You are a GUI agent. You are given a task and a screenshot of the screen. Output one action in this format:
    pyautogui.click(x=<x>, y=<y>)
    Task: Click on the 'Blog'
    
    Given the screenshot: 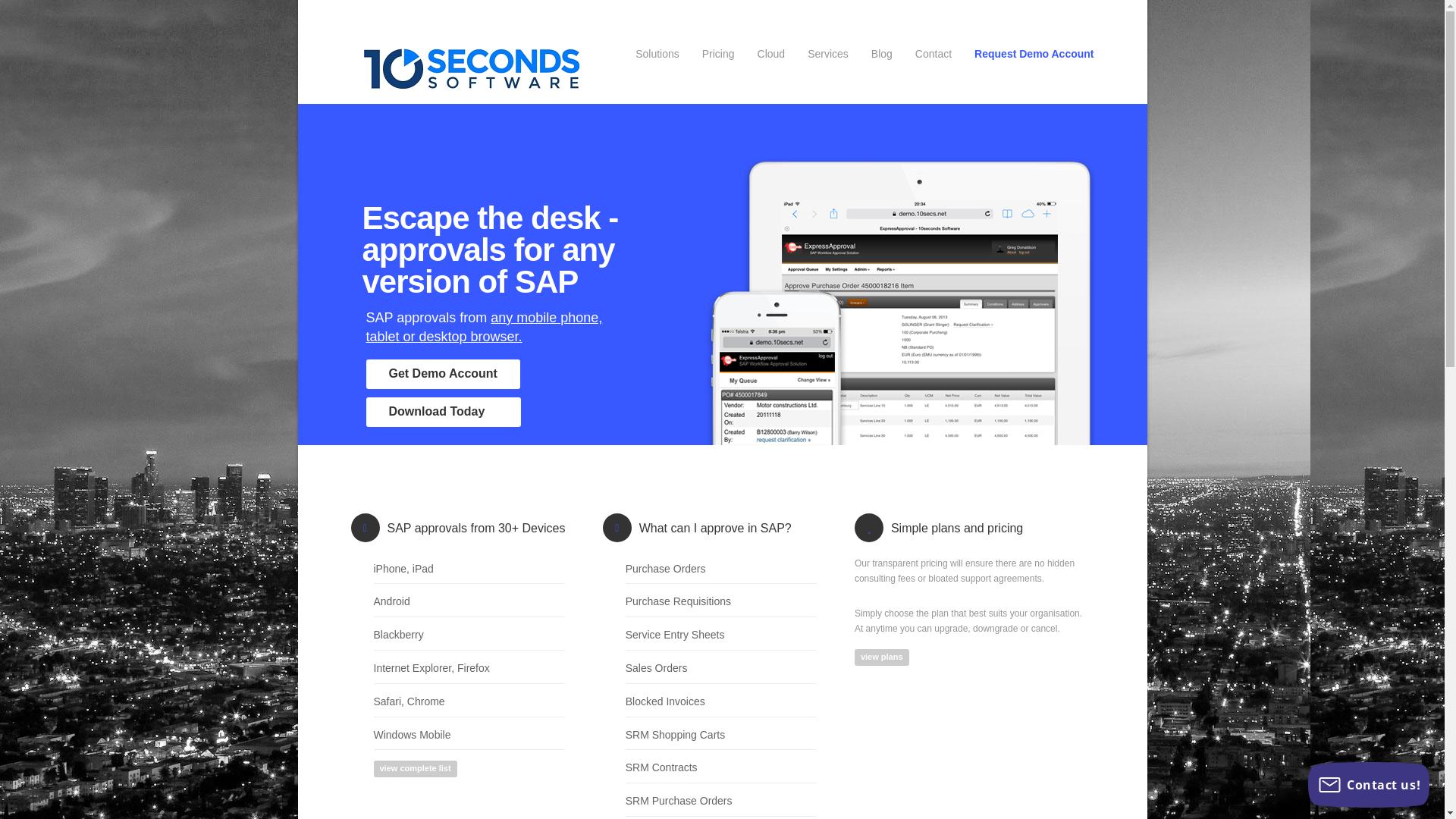 What is the action you would take?
    pyautogui.click(x=881, y=55)
    